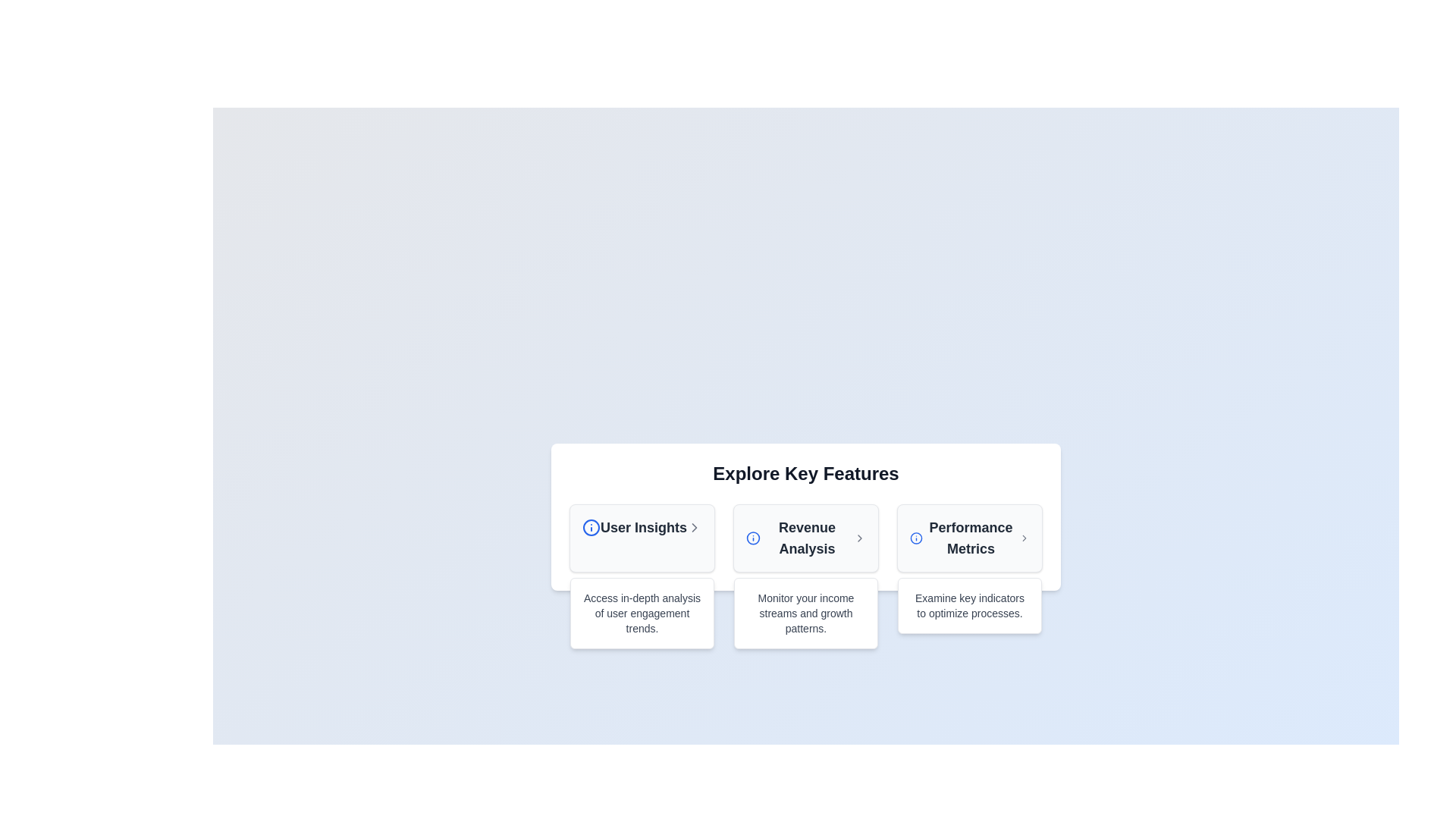 The image size is (1456, 819). Describe the element at coordinates (805, 613) in the screenshot. I see `the text block that reads 'Monitor your income streams and growth patterns.' located in the 'Revenue Analysis' section, which is positioned immediately below the section's title` at that location.